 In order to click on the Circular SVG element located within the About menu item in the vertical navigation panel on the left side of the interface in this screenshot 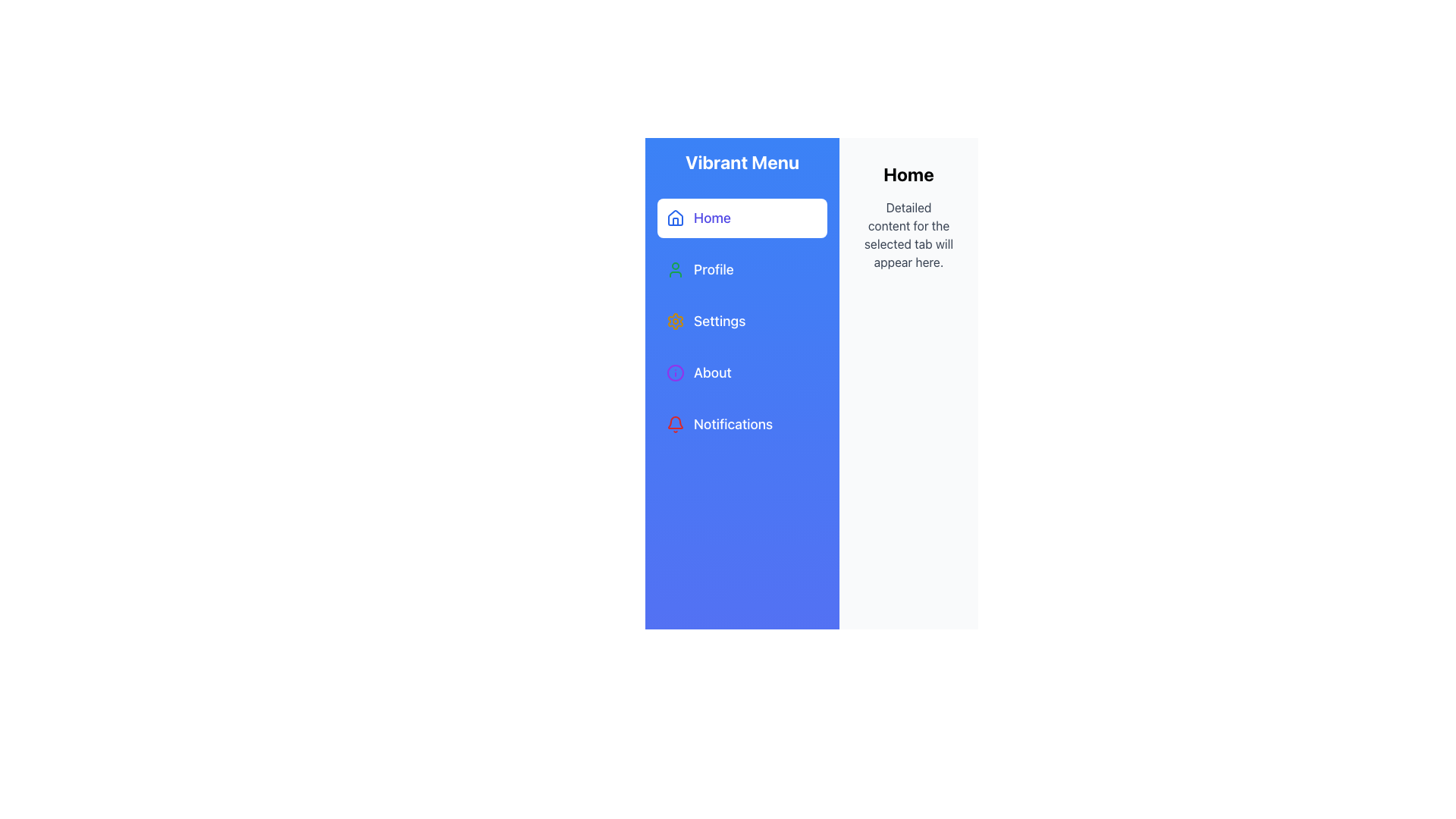, I will do `click(675, 373)`.